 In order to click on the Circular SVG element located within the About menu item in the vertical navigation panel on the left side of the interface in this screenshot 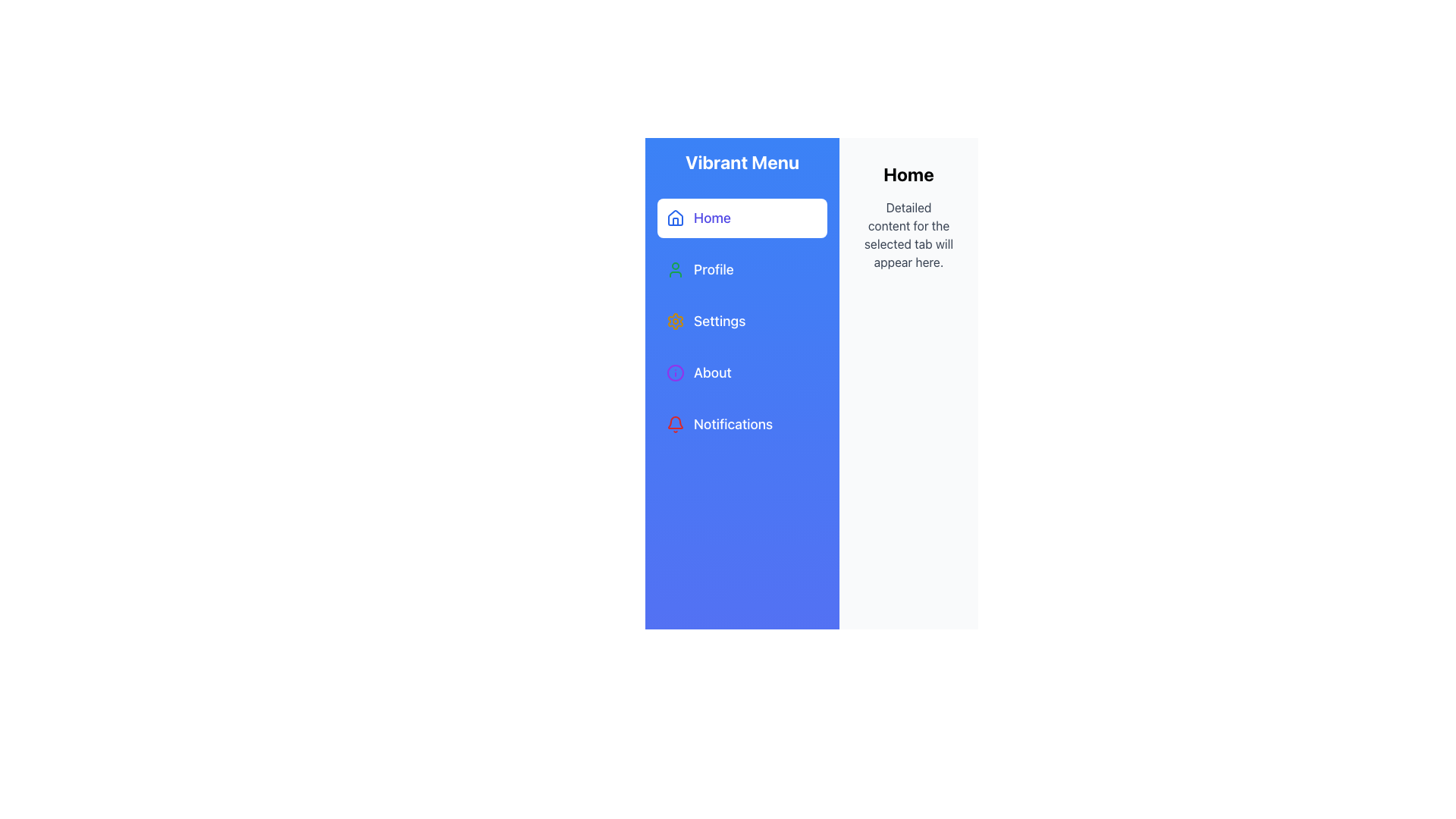, I will do `click(675, 373)`.